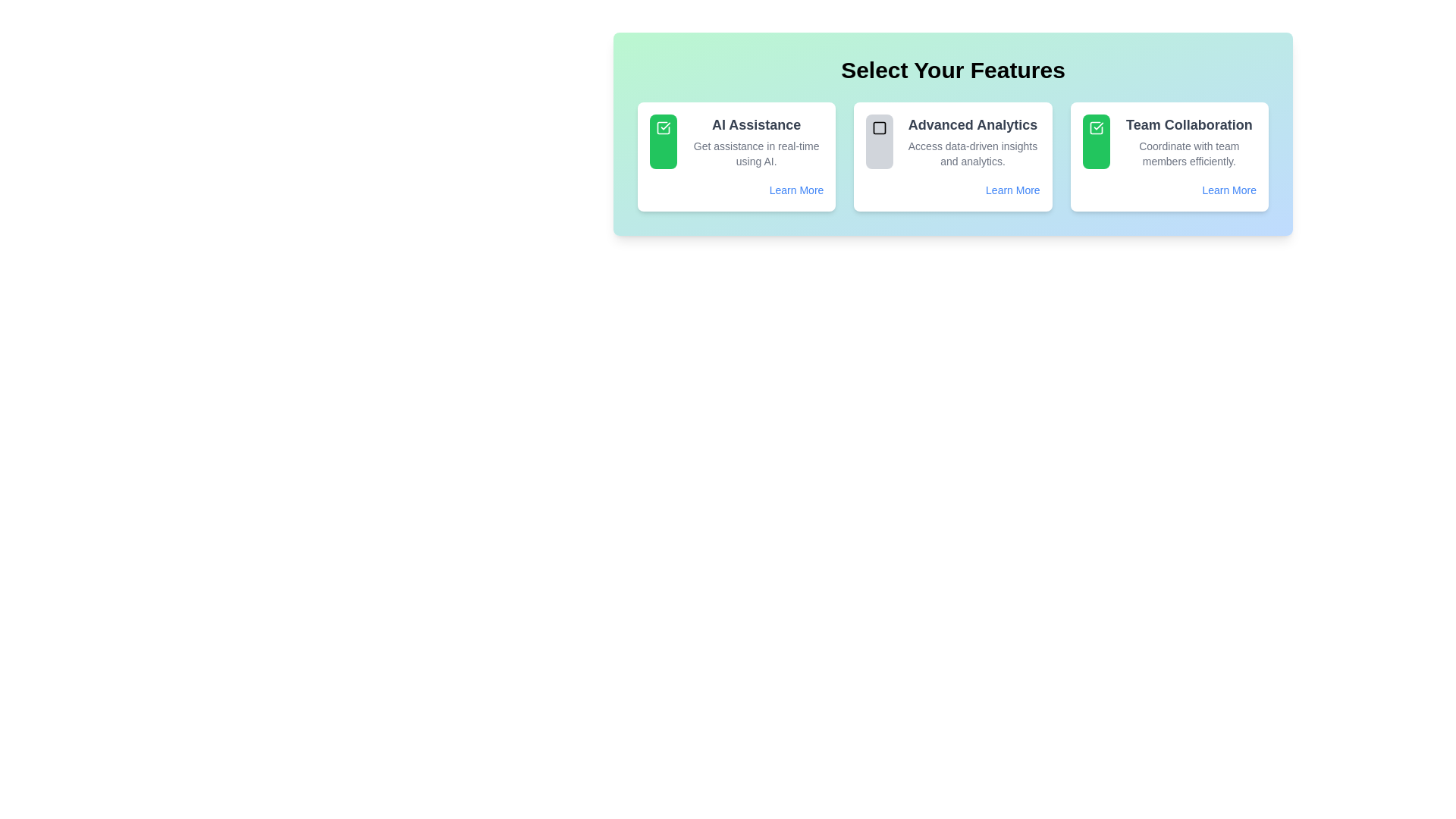  What do you see at coordinates (1169, 157) in the screenshot?
I see `title and subtitle of the third card in the grid layout about 'Team Collaboration' for information purposes` at bounding box center [1169, 157].